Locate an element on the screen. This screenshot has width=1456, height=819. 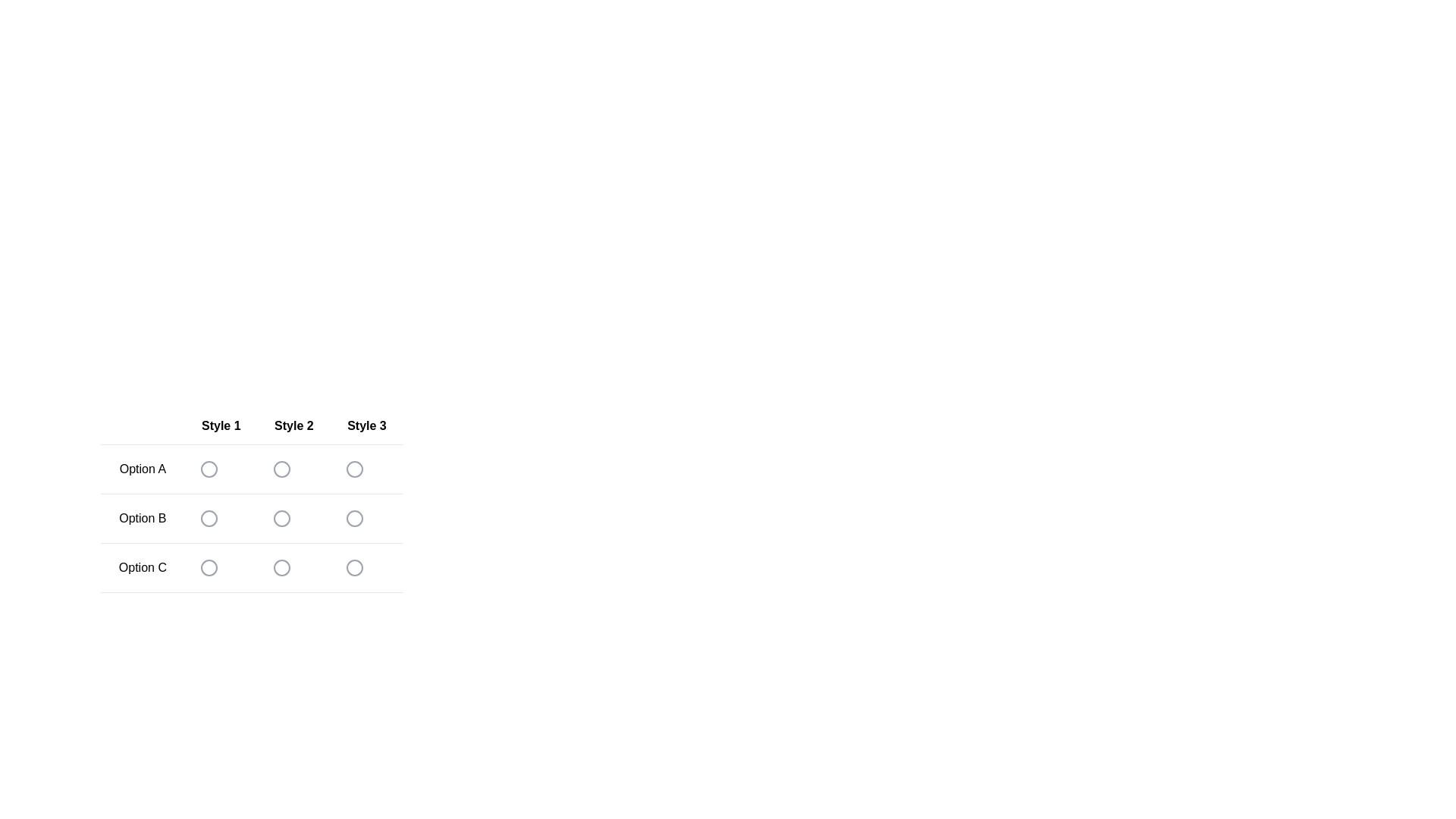
the radio button styled as a circular element labeled 'Option B' in the second row and second column under 'Style 2' is located at coordinates (252, 517).